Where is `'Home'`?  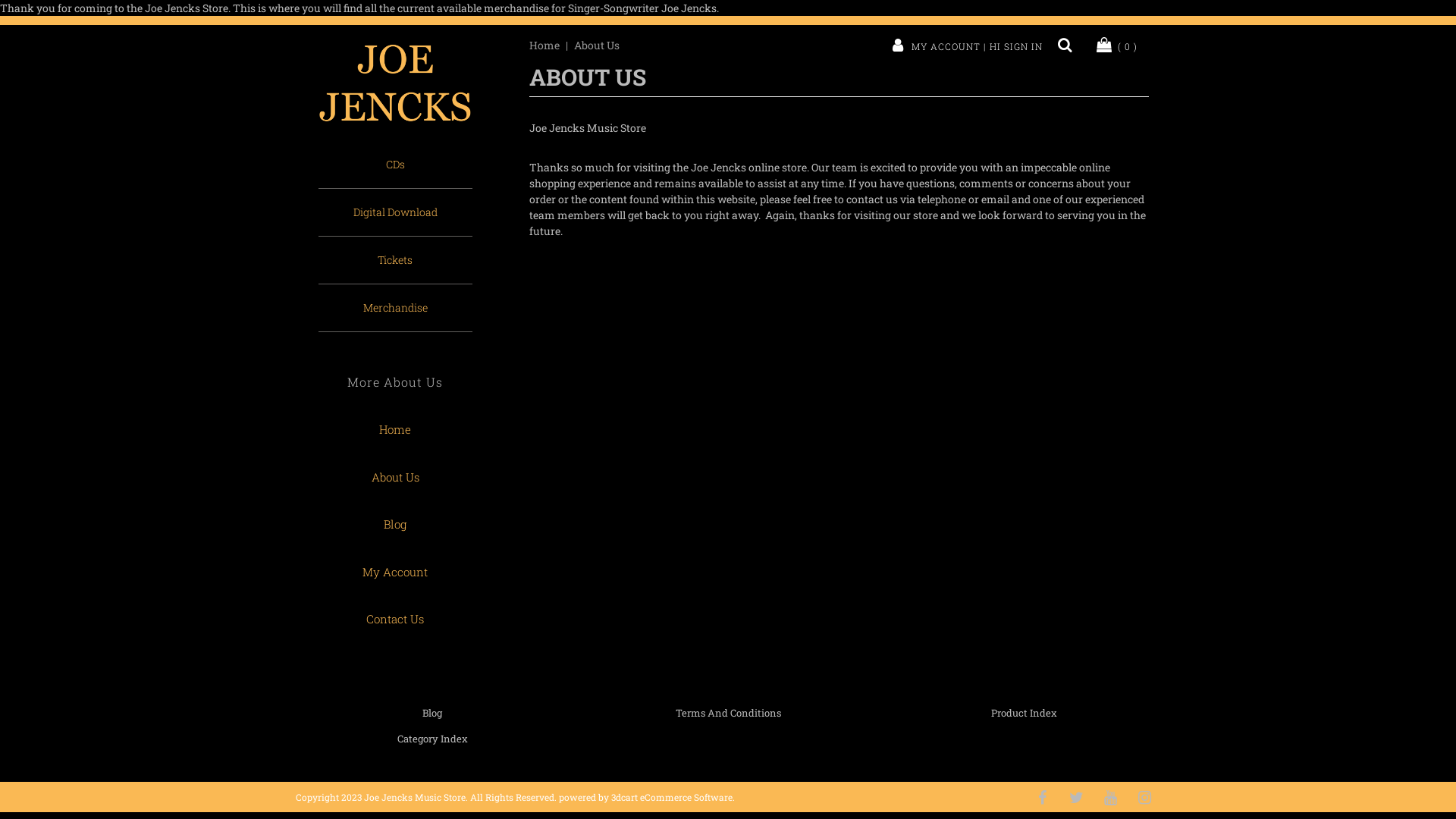
'Home' is located at coordinates (544, 44).